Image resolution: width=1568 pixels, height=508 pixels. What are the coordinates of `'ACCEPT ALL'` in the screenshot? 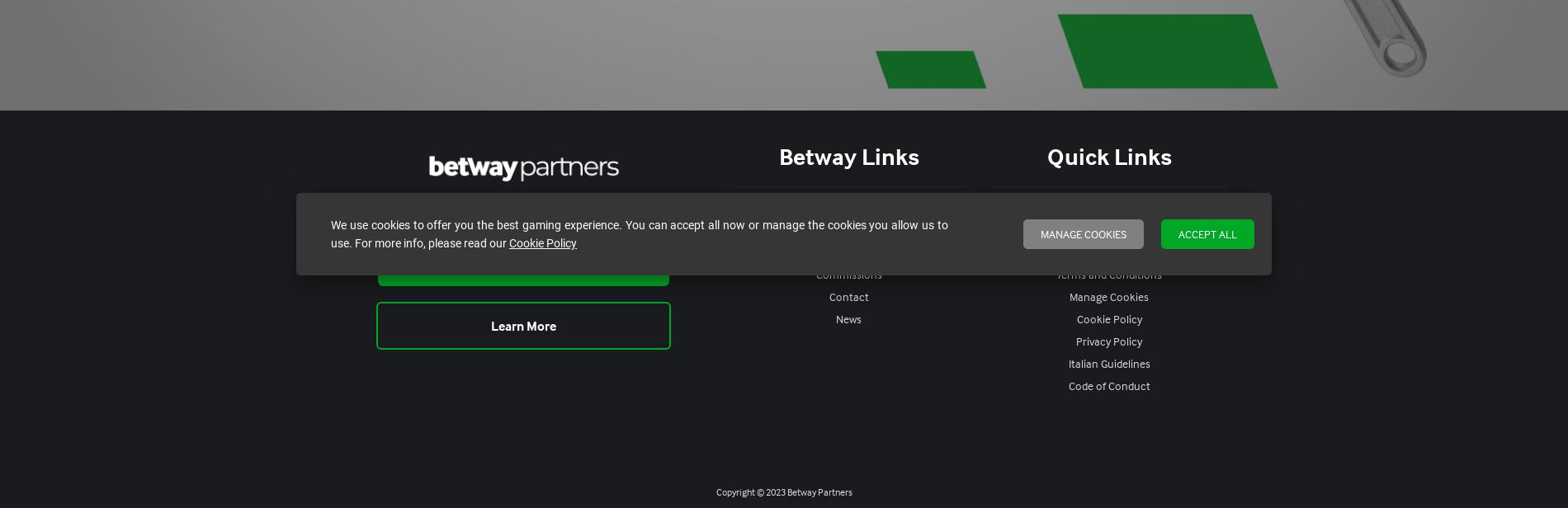 It's located at (1207, 233).